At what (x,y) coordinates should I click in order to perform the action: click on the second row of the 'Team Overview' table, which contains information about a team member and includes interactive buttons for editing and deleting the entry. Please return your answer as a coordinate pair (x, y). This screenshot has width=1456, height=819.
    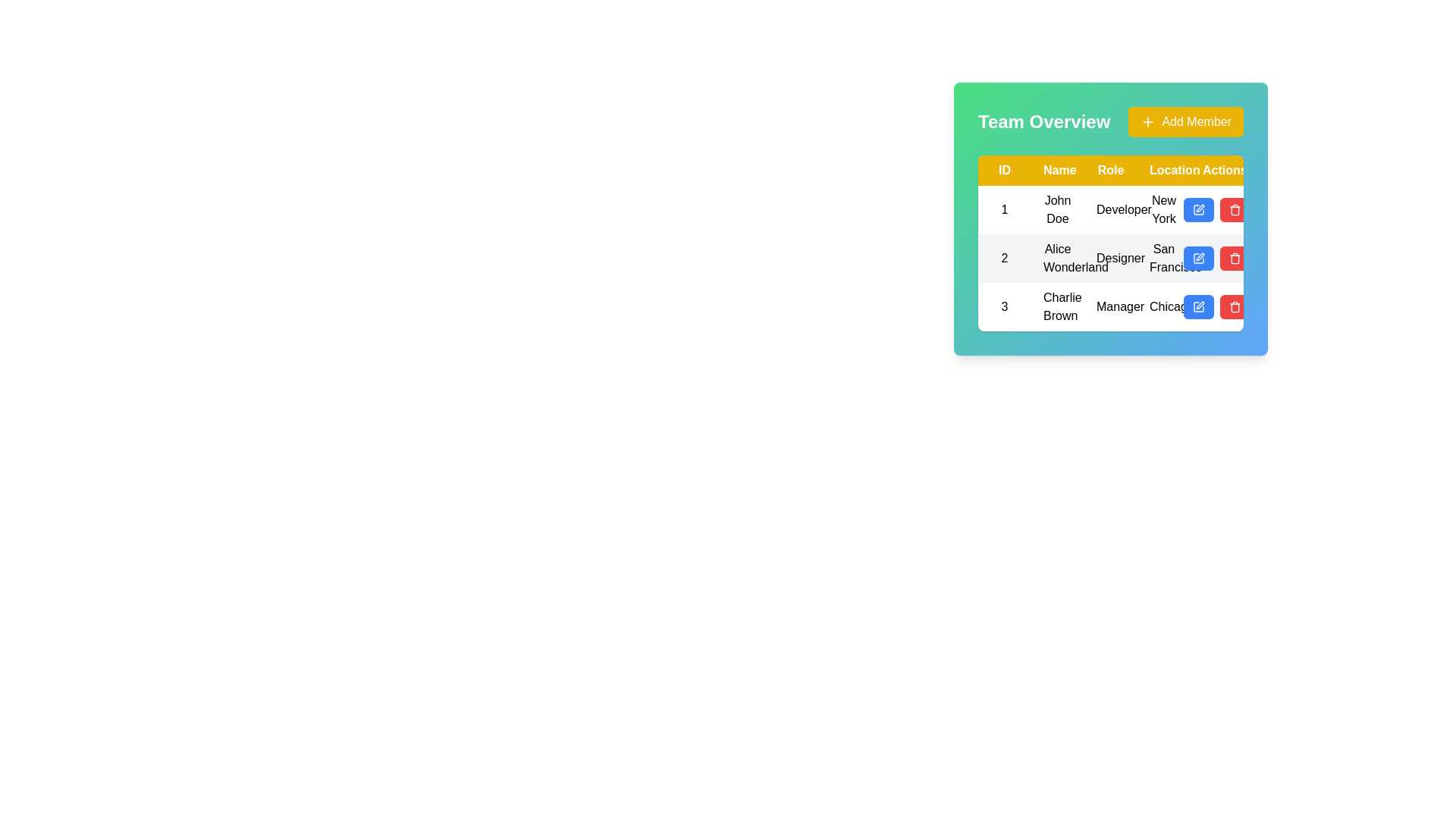
    Looking at the image, I should click on (1110, 257).